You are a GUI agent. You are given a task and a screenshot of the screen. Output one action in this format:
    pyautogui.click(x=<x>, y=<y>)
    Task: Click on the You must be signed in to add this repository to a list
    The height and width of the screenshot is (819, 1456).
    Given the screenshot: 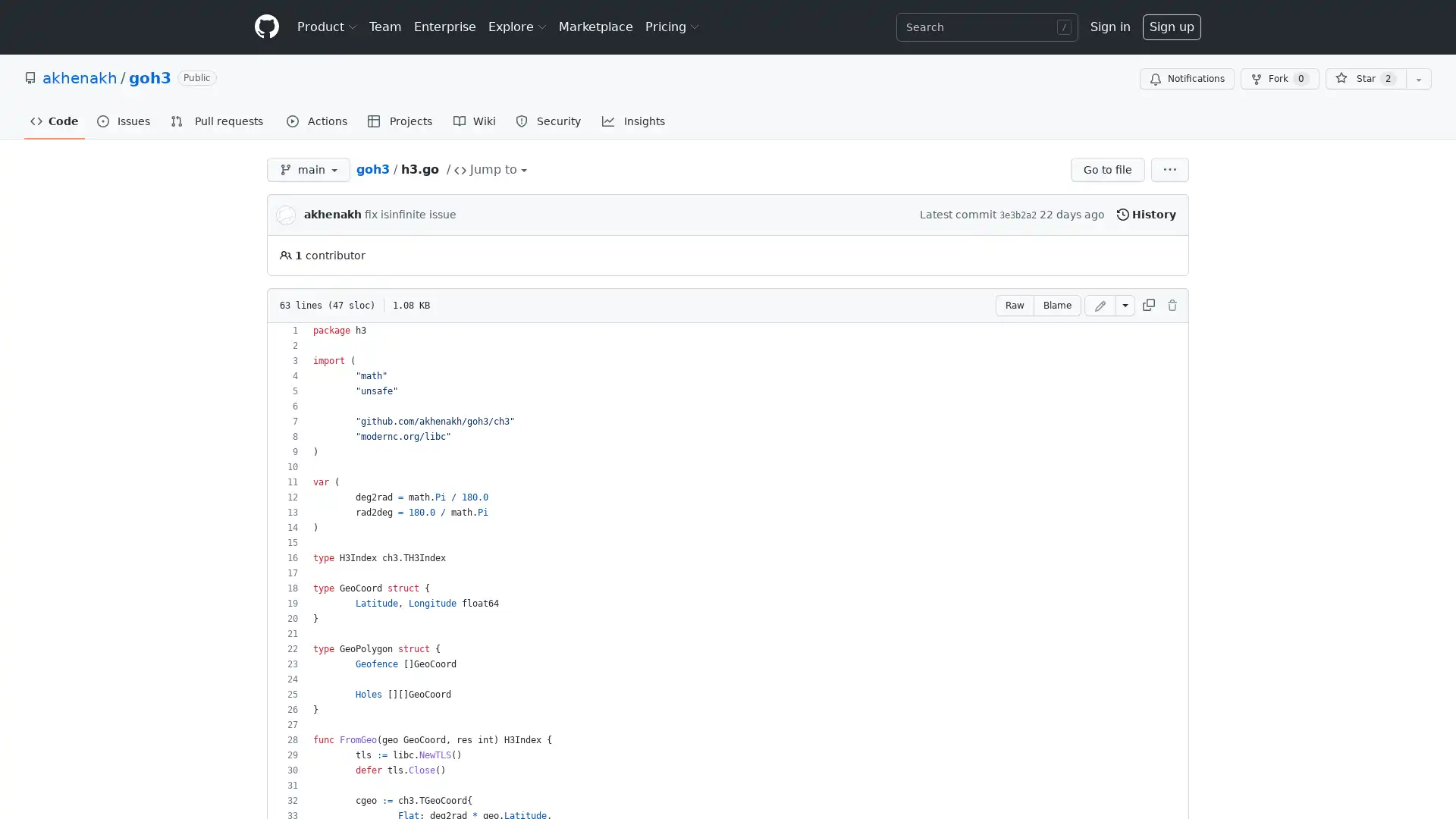 What is the action you would take?
    pyautogui.click(x=1418, y=79)
    